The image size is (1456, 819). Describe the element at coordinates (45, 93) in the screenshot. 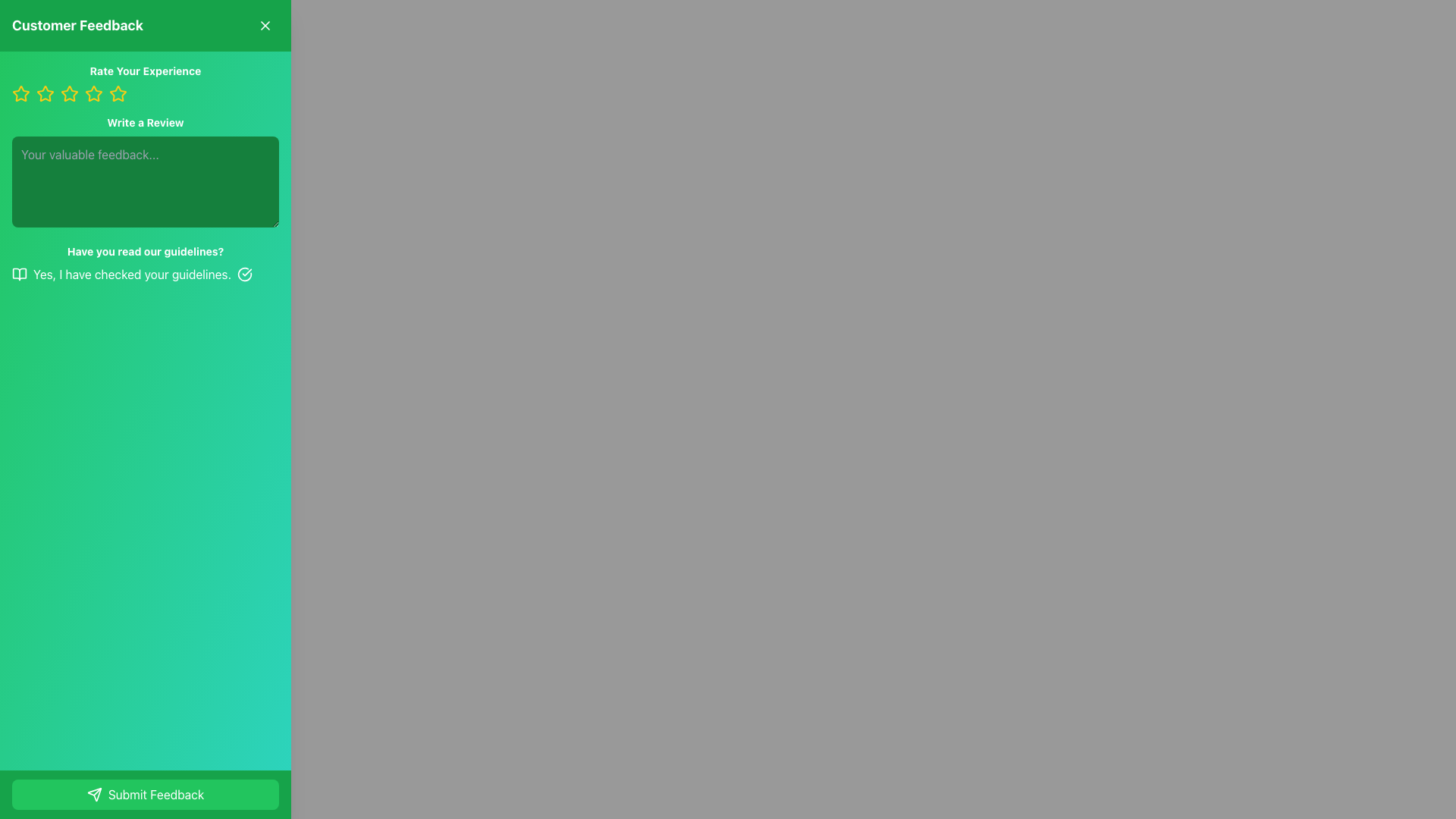

I see `the second star icon from the left in the horizontal row of stars` at that location.